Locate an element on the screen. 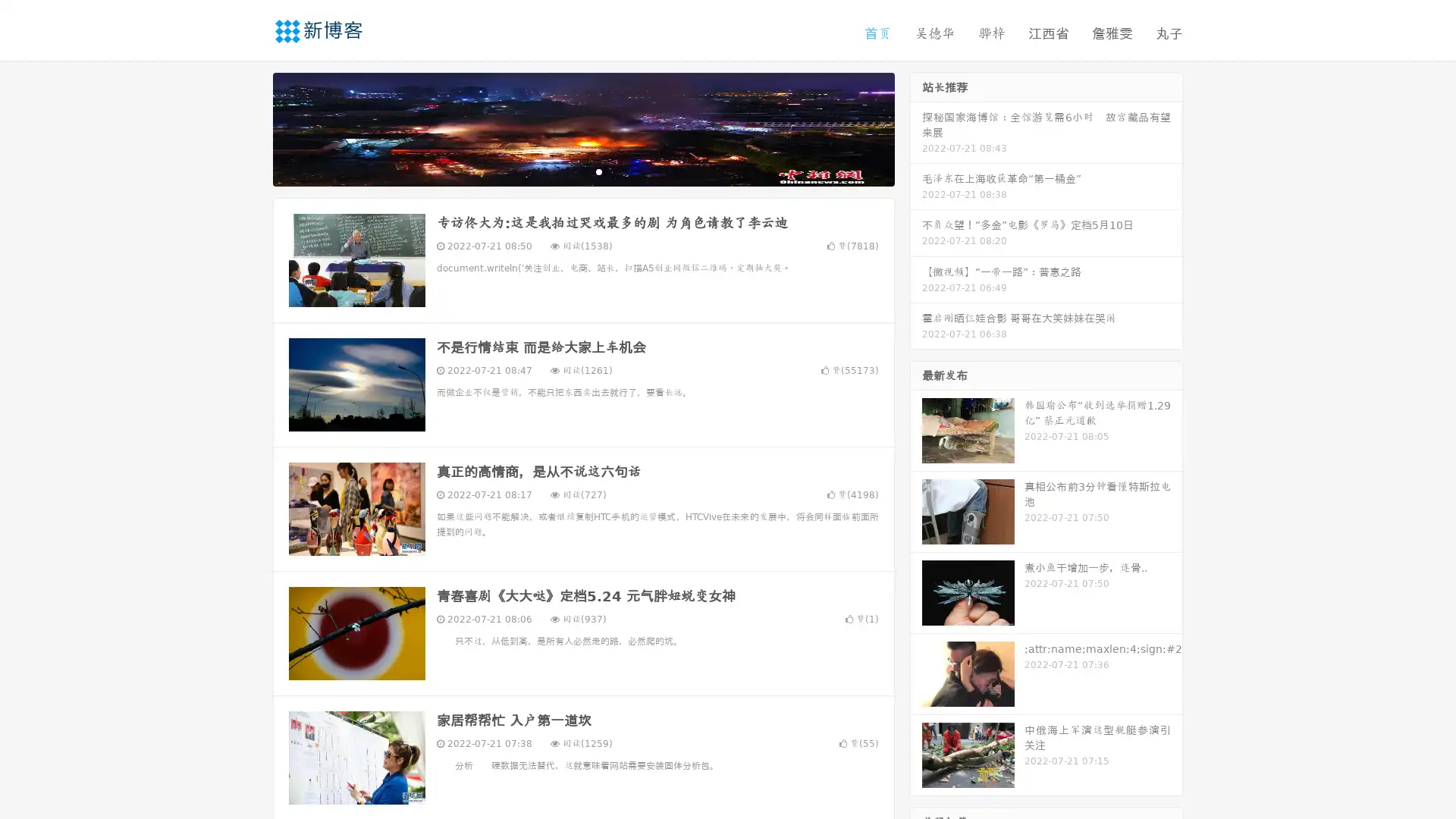 The height and width of the screenshot is (819, 1456). Go to slide 1 is located at coordinates (567, 171).